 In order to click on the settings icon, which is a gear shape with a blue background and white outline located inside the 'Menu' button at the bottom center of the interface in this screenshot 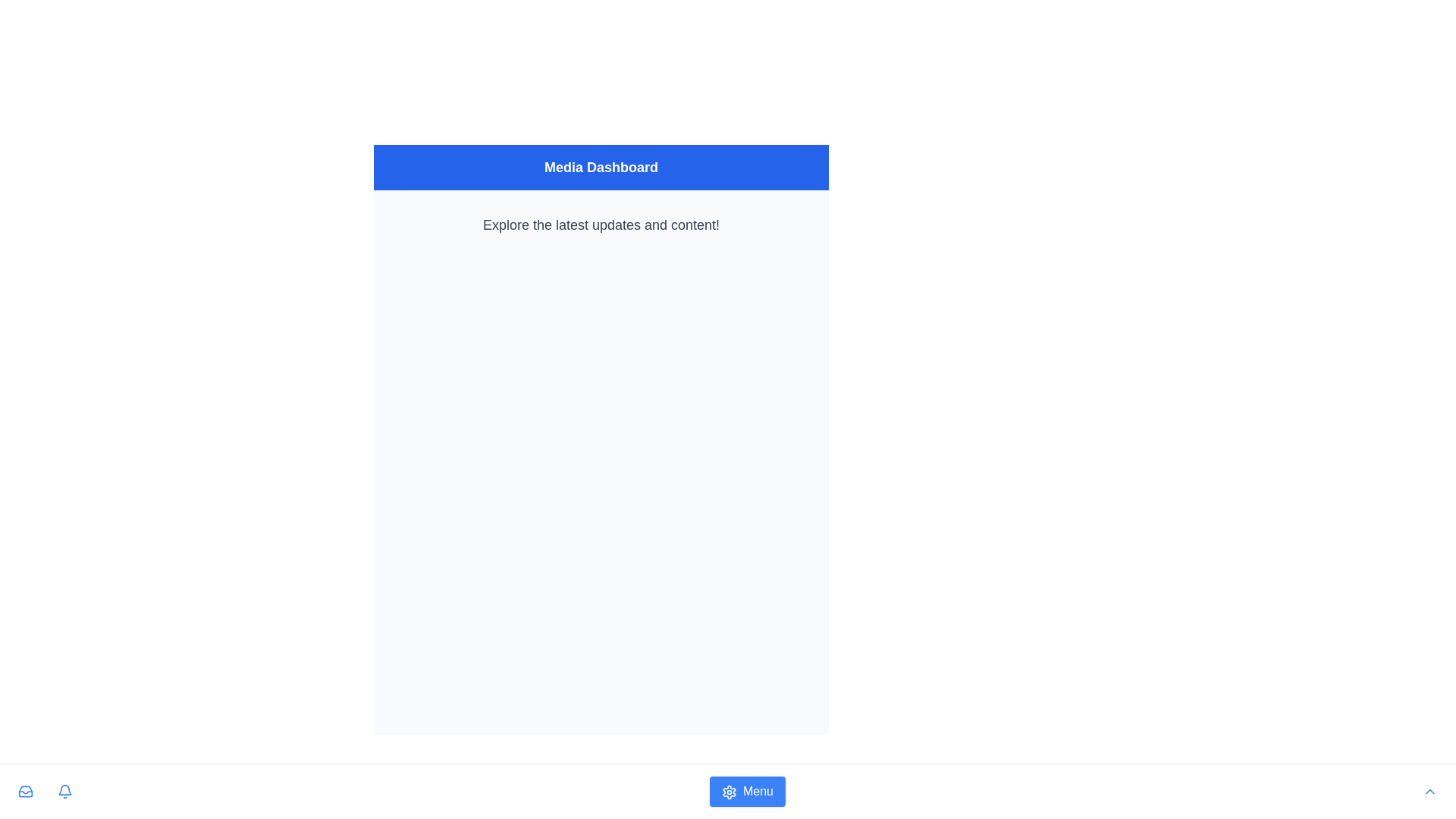, I will do `click(729, 791)`.